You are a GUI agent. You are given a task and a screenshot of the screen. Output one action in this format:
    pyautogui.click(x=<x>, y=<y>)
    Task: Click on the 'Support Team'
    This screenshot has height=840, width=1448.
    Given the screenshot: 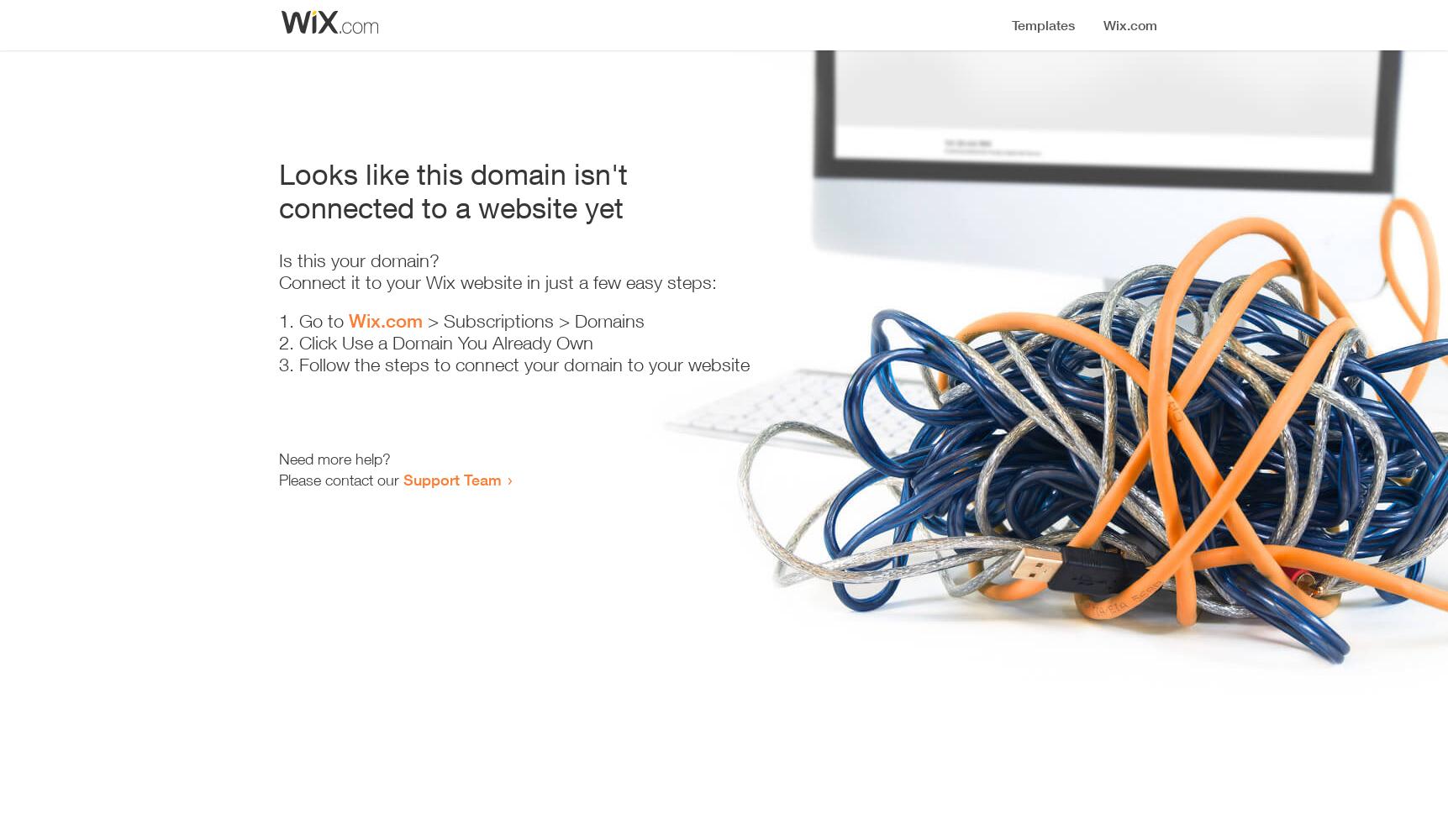 What is the action you would take?
    pyautogui.click(x=451, y=479)
    